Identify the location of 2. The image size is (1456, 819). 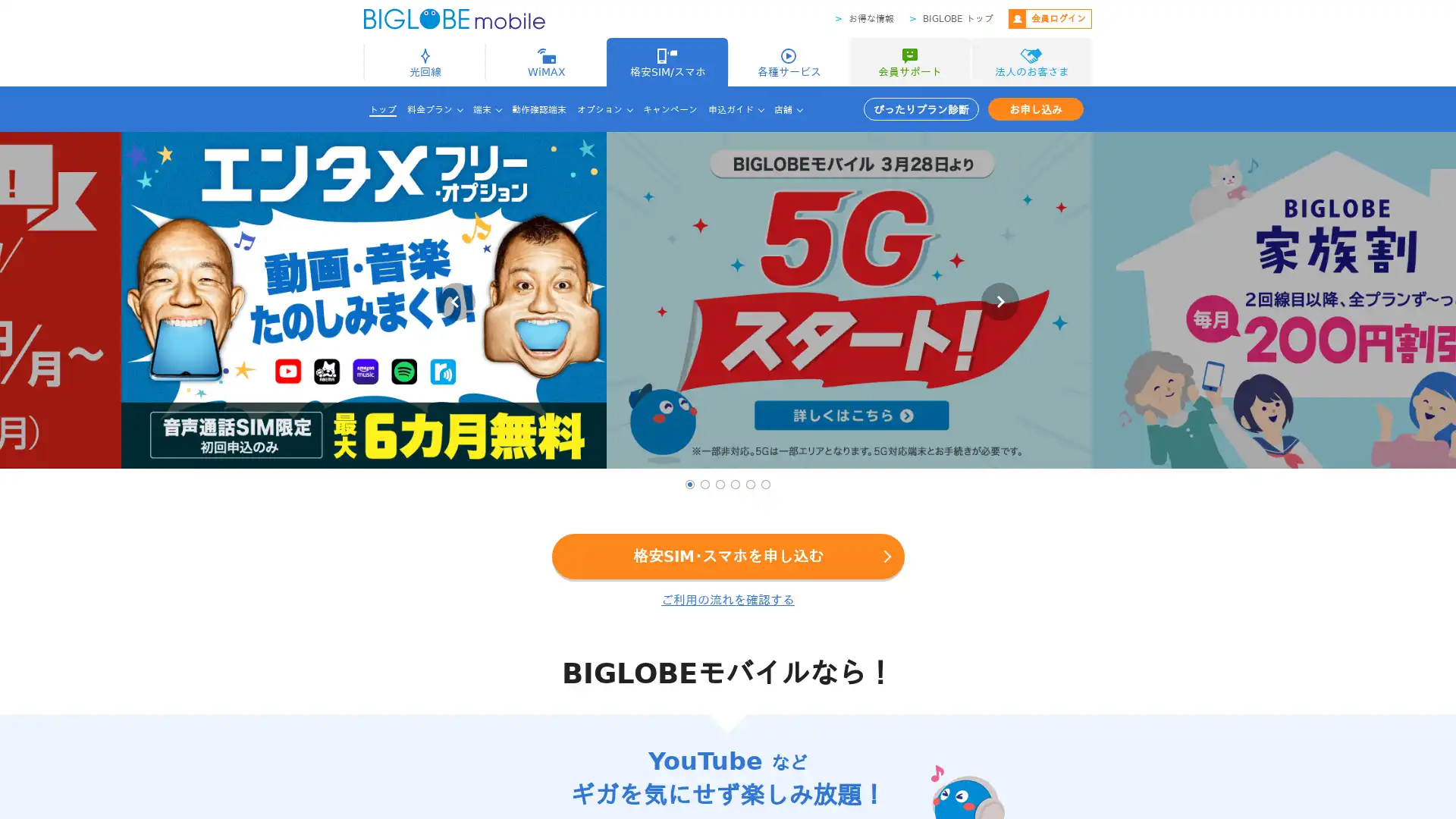
(704, 485).